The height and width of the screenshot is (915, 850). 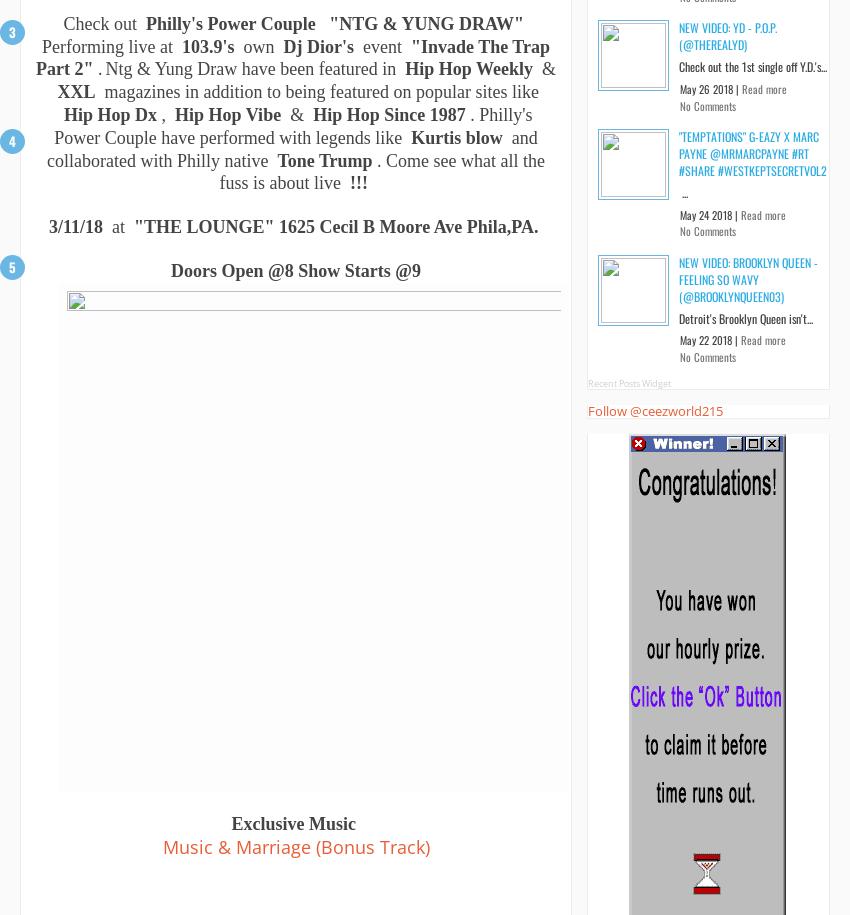 I want to click on '"Invade The Trap Part 2"', so click(x=35, y=56).